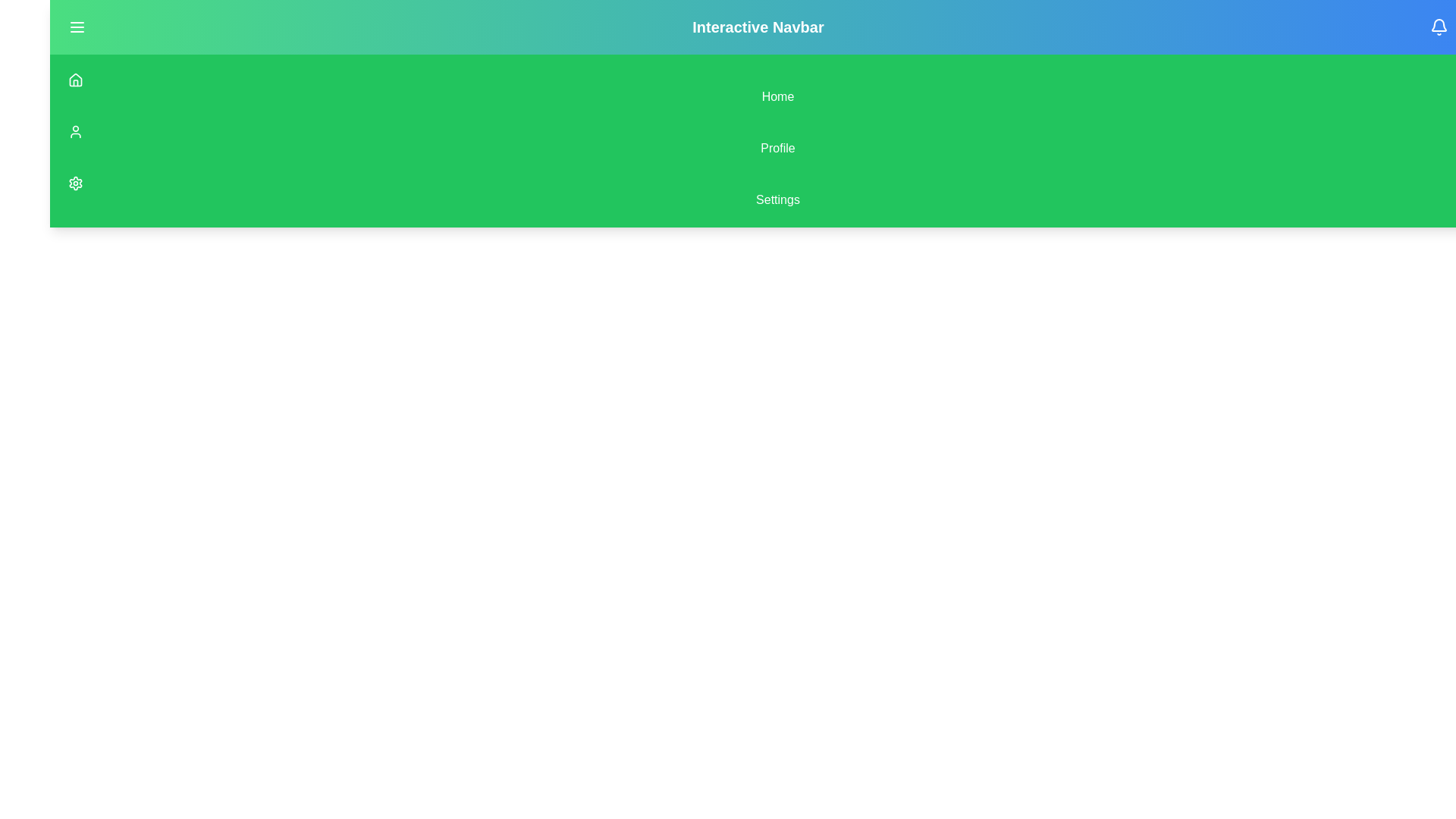  I want to click on the gear icon located in the bottom-left section of the green vertical sidebar, so click(75, 183).